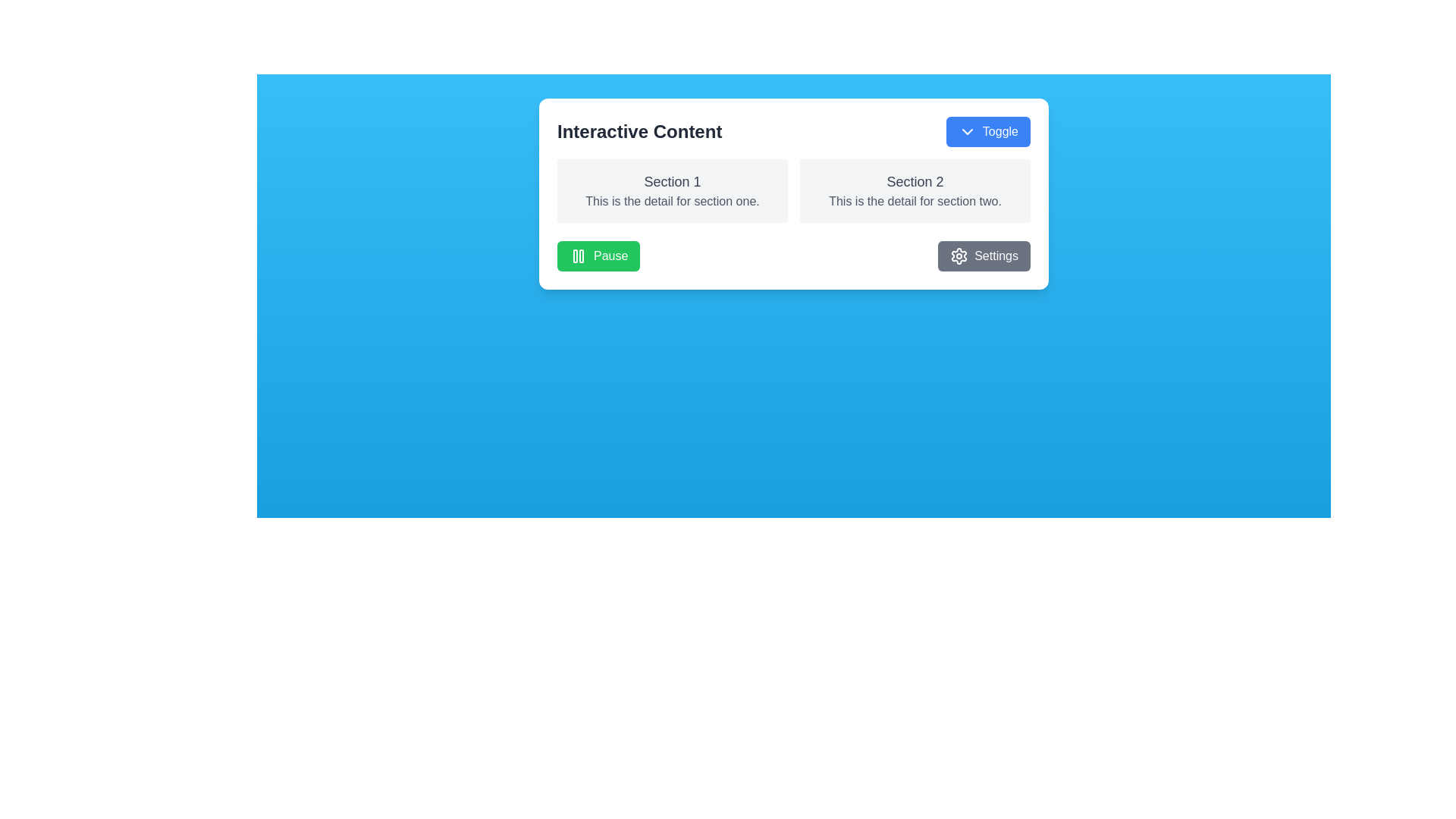 The image size is (1456, 819). Describe the element at coordinates (959, 256) in the screenshot. I see `the settings icon located within the 'Settings' button in the bottom-right section of the visible card for accessibility features` at that location.